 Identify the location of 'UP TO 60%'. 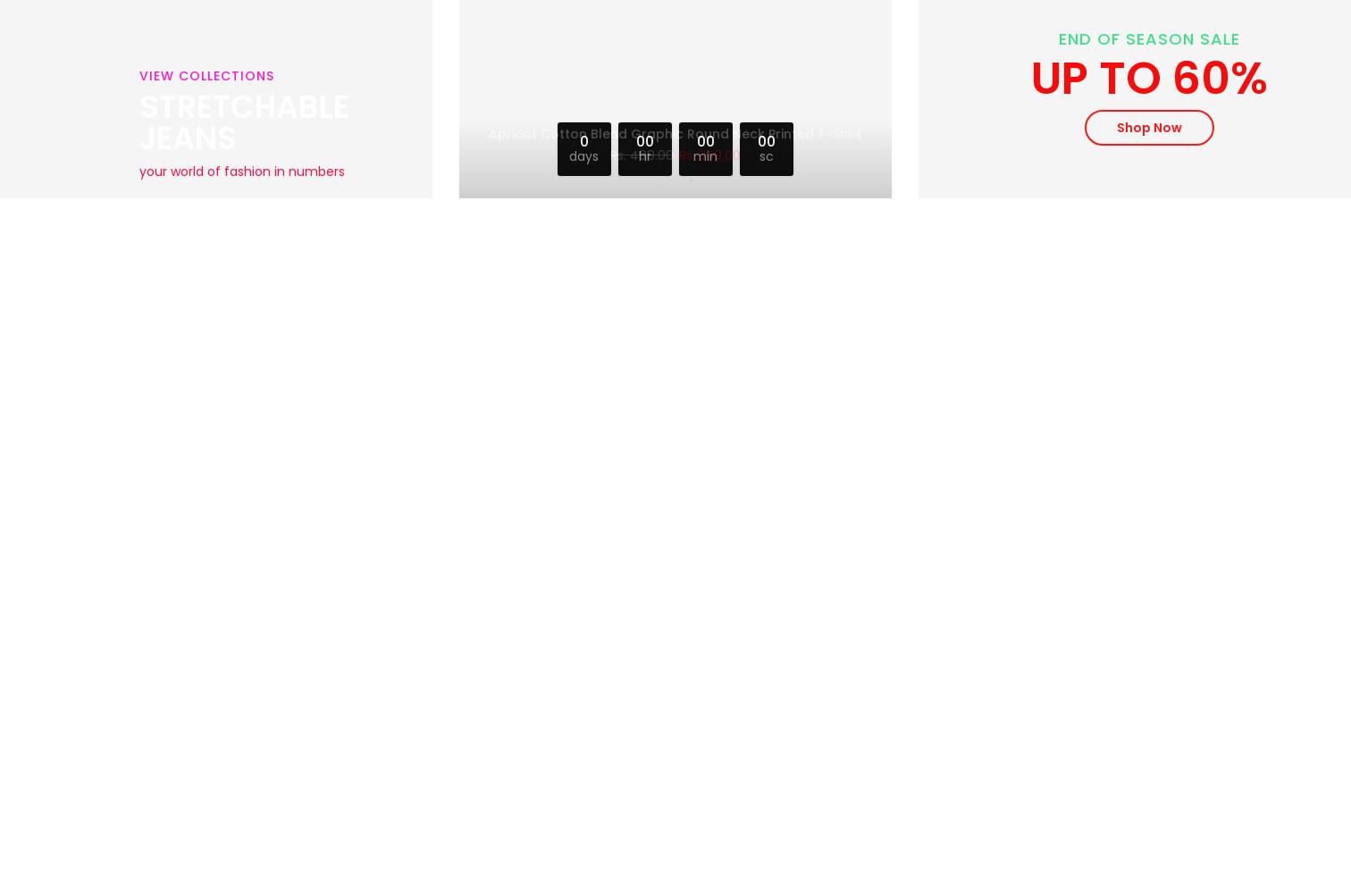
(1030, 77).